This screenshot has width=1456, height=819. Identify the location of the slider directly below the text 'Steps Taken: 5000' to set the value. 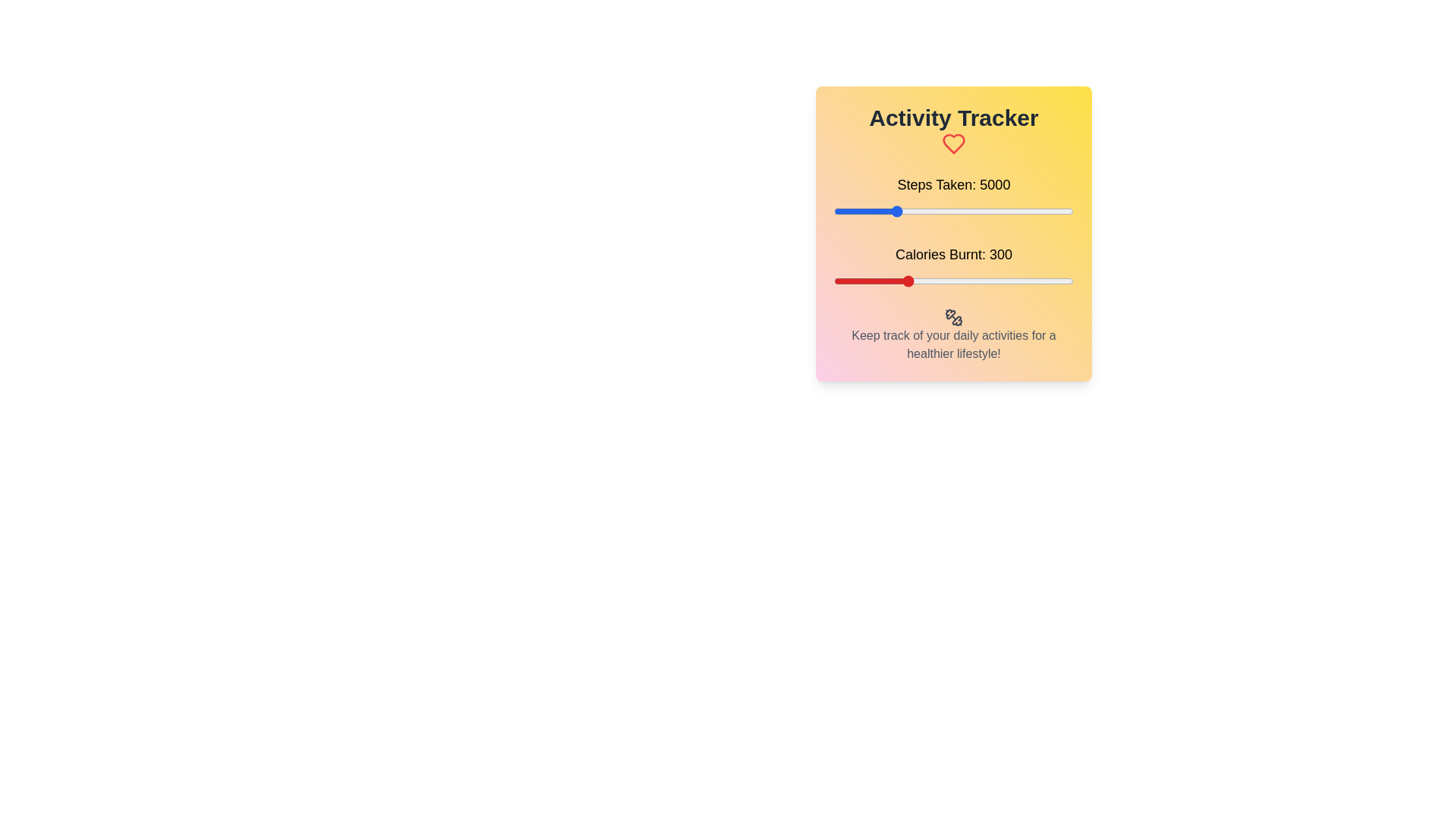
(952, 211).